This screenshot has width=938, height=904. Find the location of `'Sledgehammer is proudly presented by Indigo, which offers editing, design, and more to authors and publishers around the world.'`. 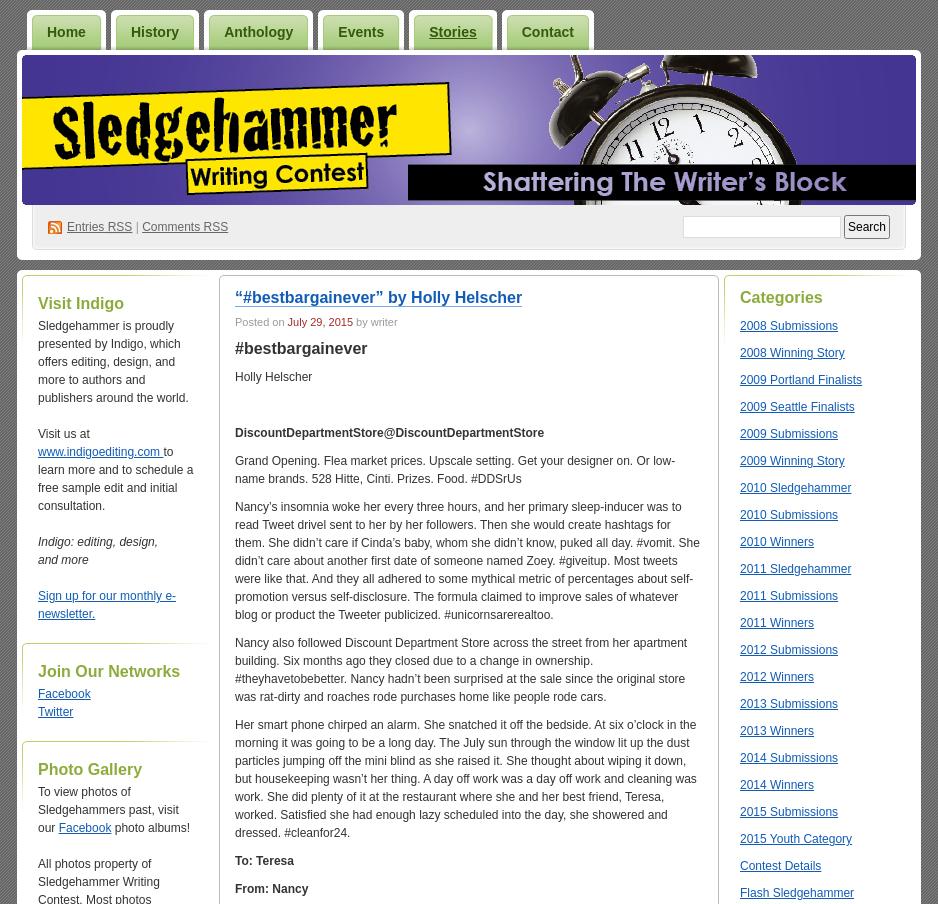

'Sledgehammer is proudly presented by Indigo, which offers editing, design, and more to authors and publishers around the world.' is located at coordinates (112, 360).